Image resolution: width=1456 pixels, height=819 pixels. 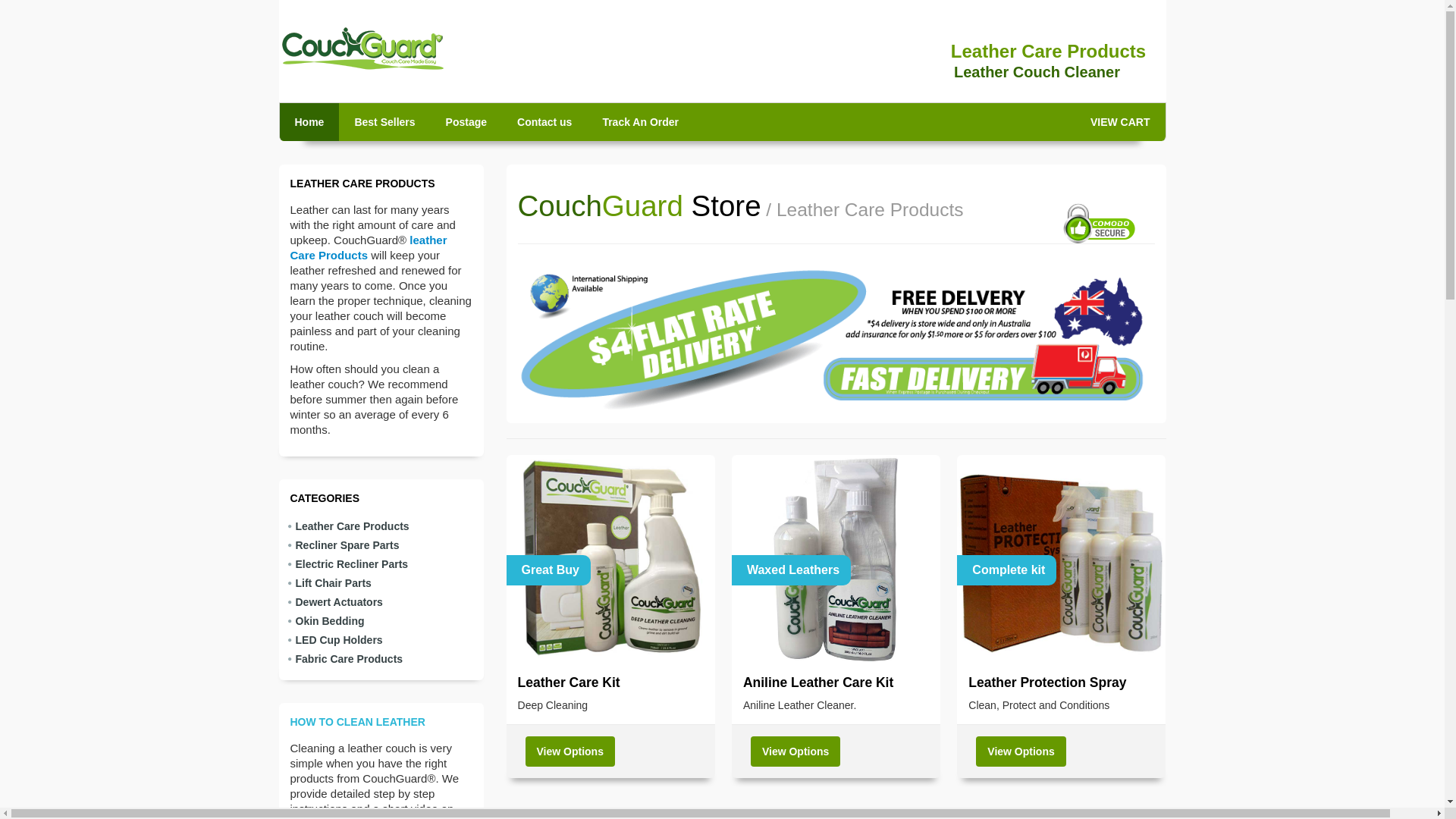 I want to click on 'Great Buy', so click(x=610, y=559).